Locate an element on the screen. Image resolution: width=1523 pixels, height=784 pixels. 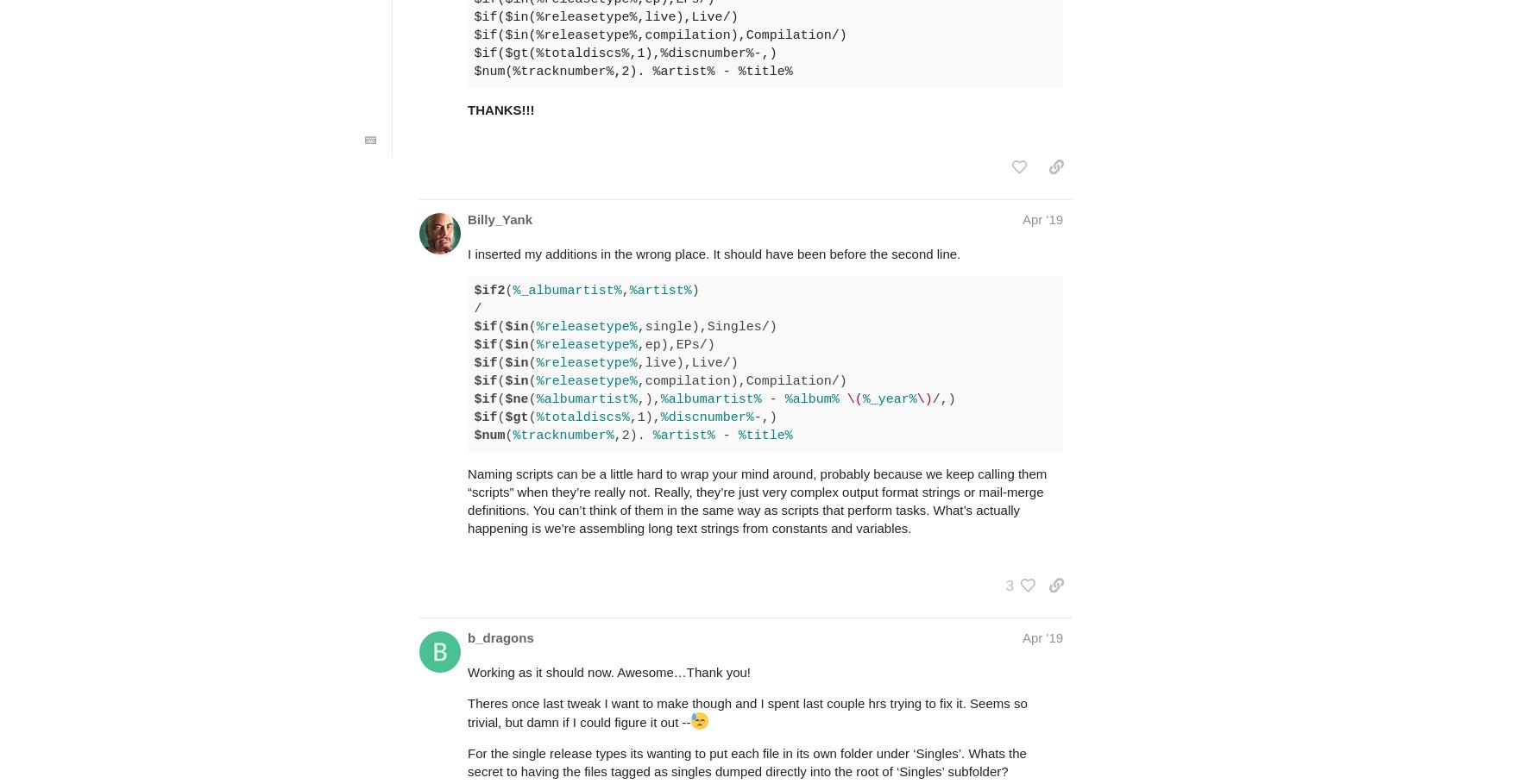
'THANKS!!!' is located at coordinates (500, 109).